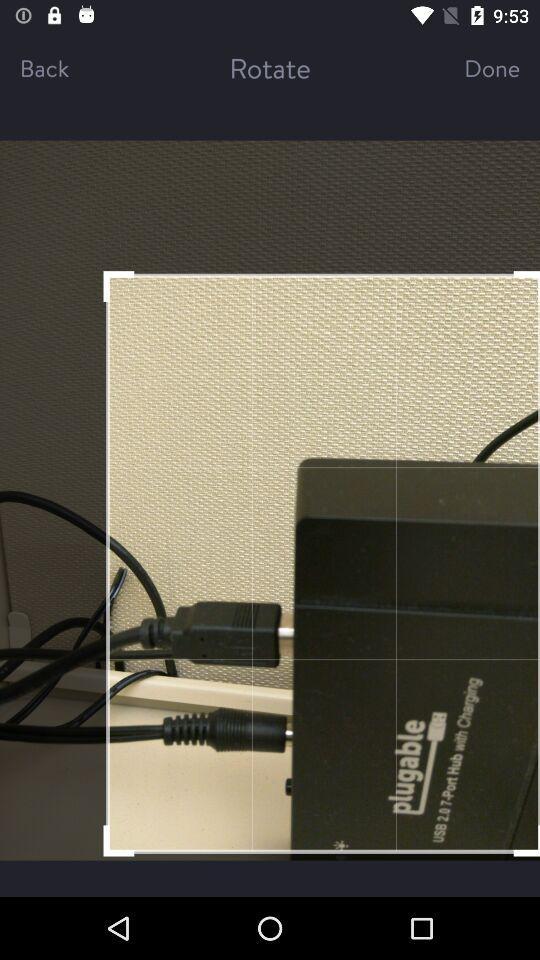 This screenshot has width=540, height=960. I want to click on the rotate, so click(270, 67).